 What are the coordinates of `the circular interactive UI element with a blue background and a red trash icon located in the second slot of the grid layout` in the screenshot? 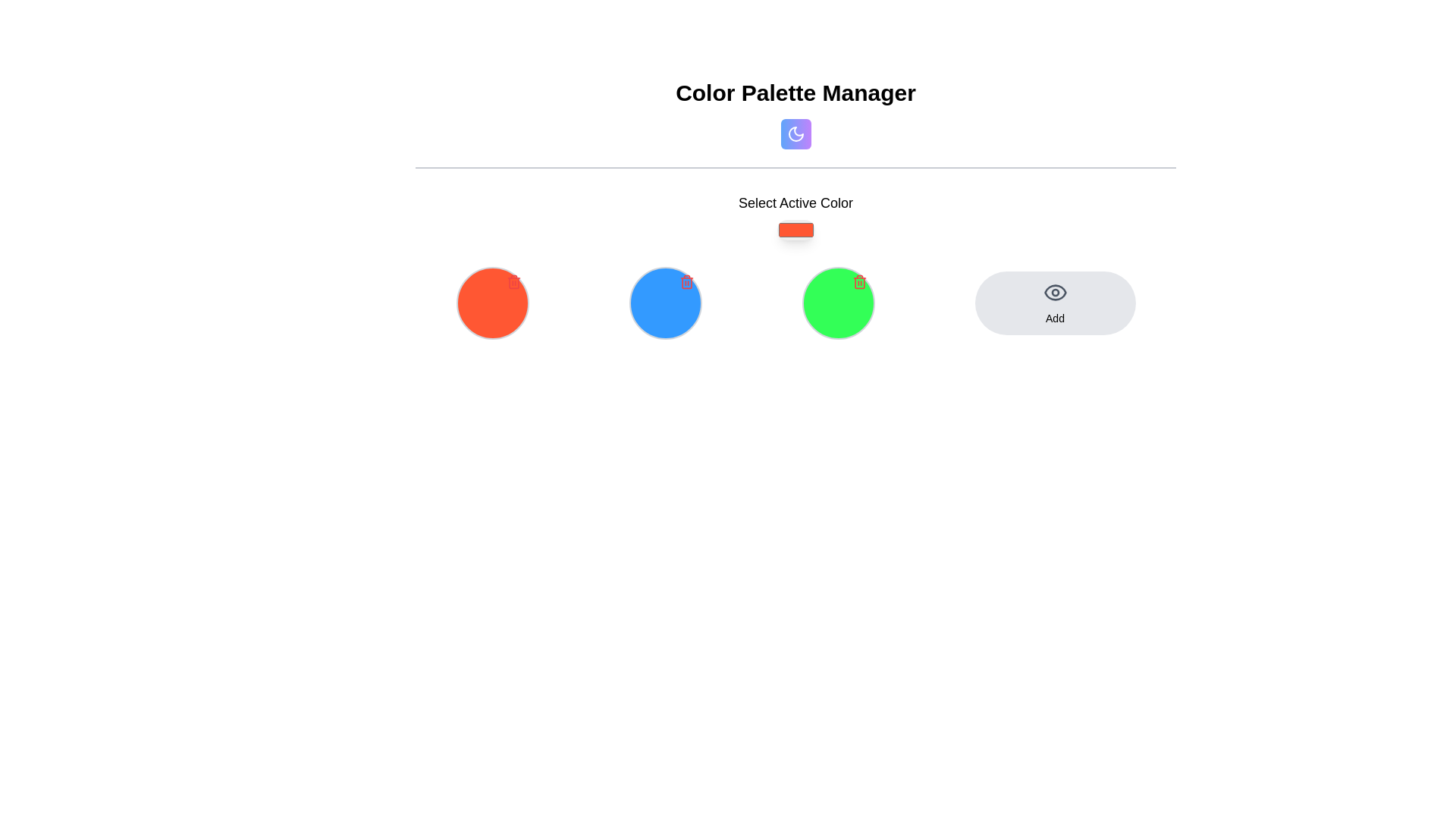 It's located at (665, 303).